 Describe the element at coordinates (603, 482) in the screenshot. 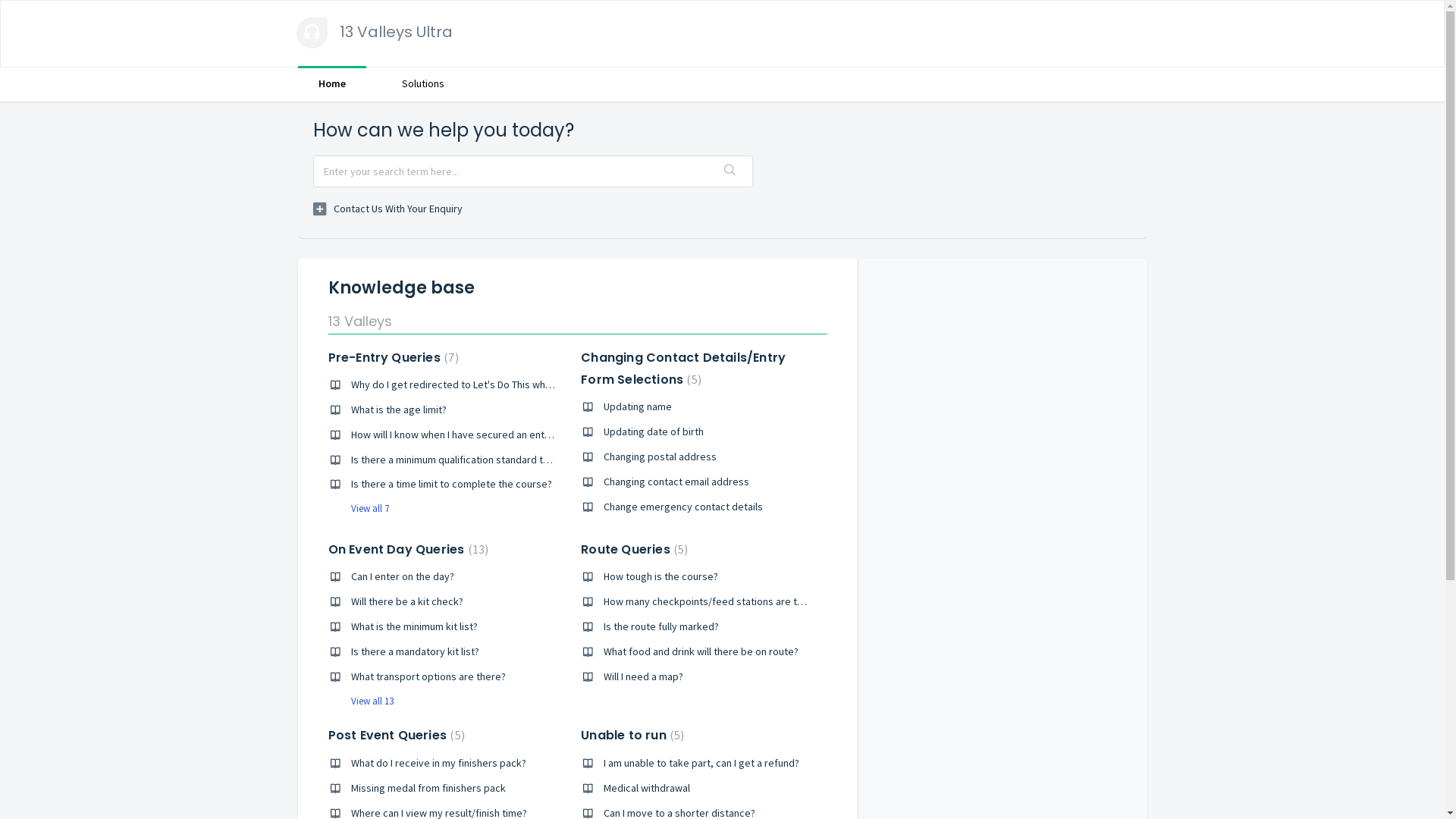

I see `'Changing contact email address'` at that location.